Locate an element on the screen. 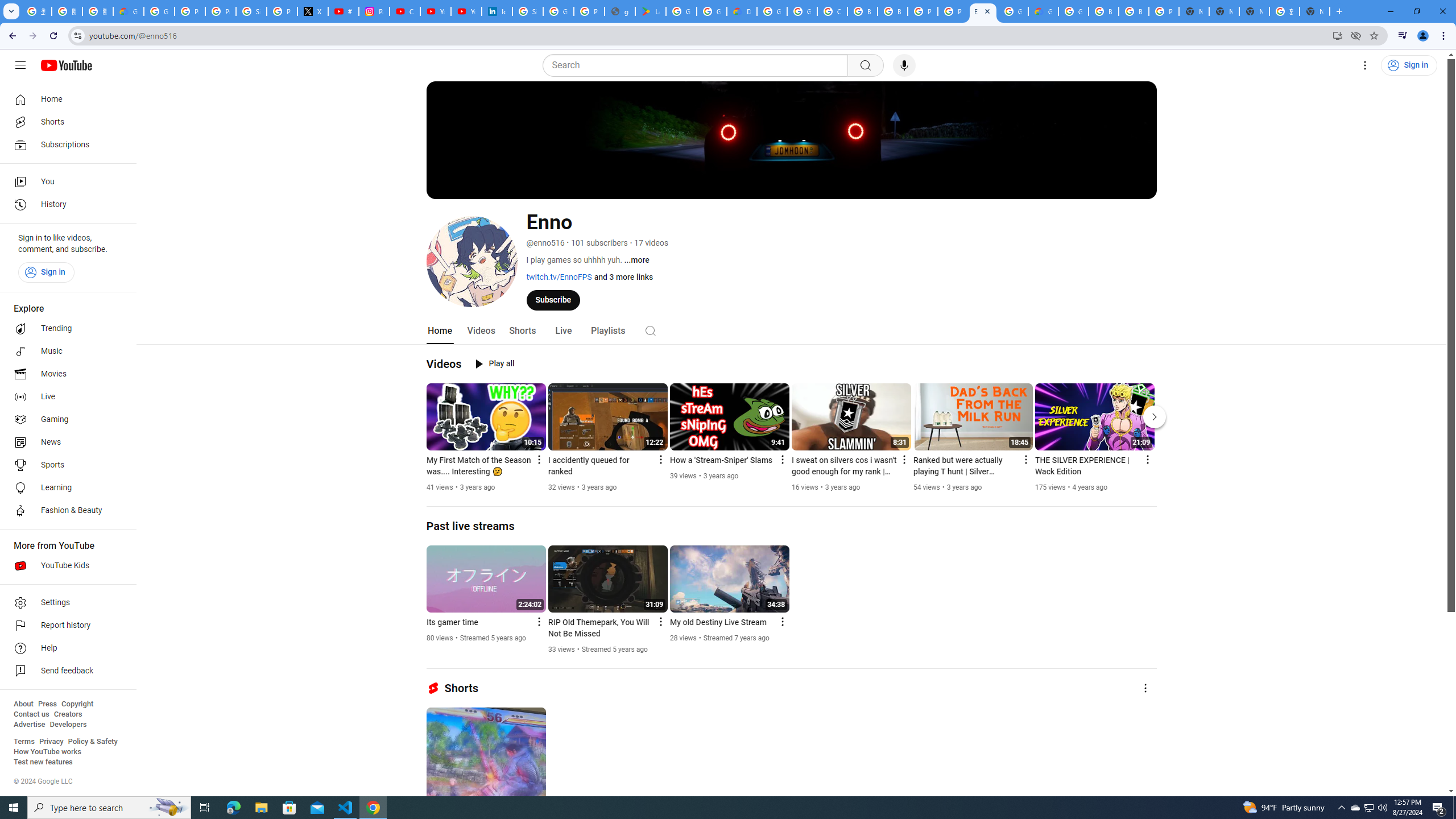  'Learning' is located at coordinates (64, 487).